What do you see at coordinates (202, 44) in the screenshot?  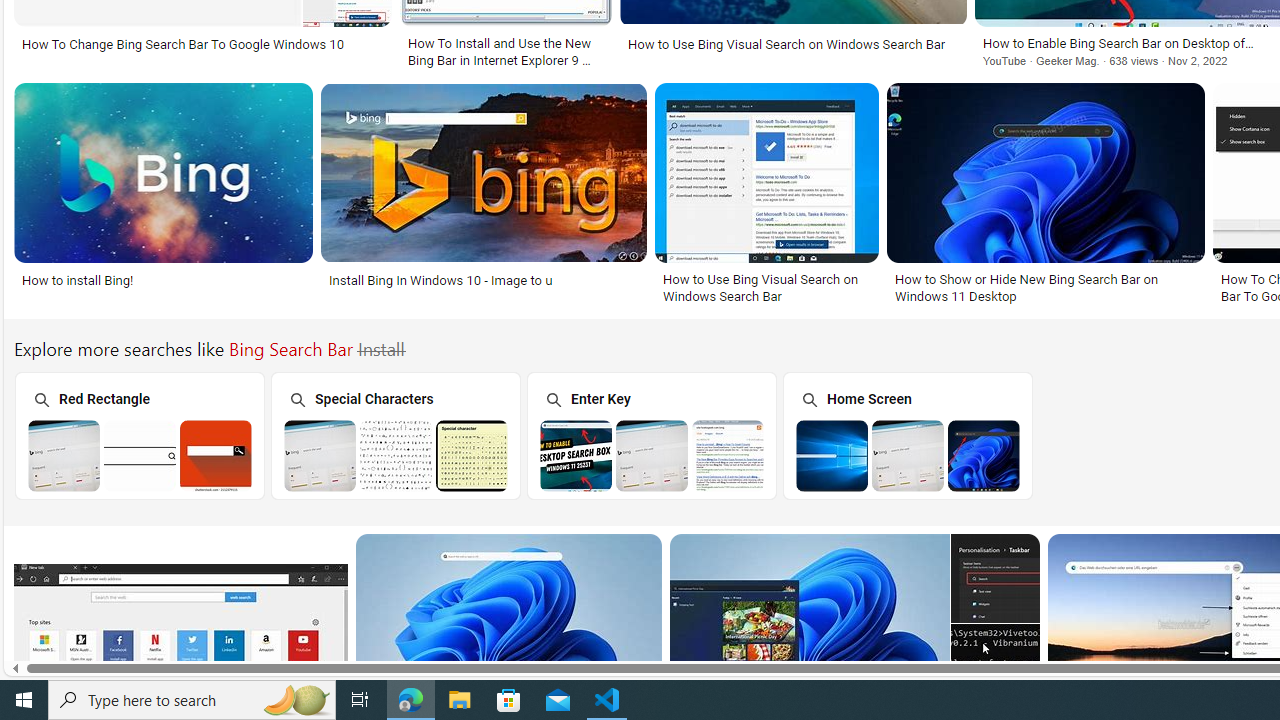 I see `'How To Change Bing Search Bar To Google Windows 10'` at bounding box center [202, 44].